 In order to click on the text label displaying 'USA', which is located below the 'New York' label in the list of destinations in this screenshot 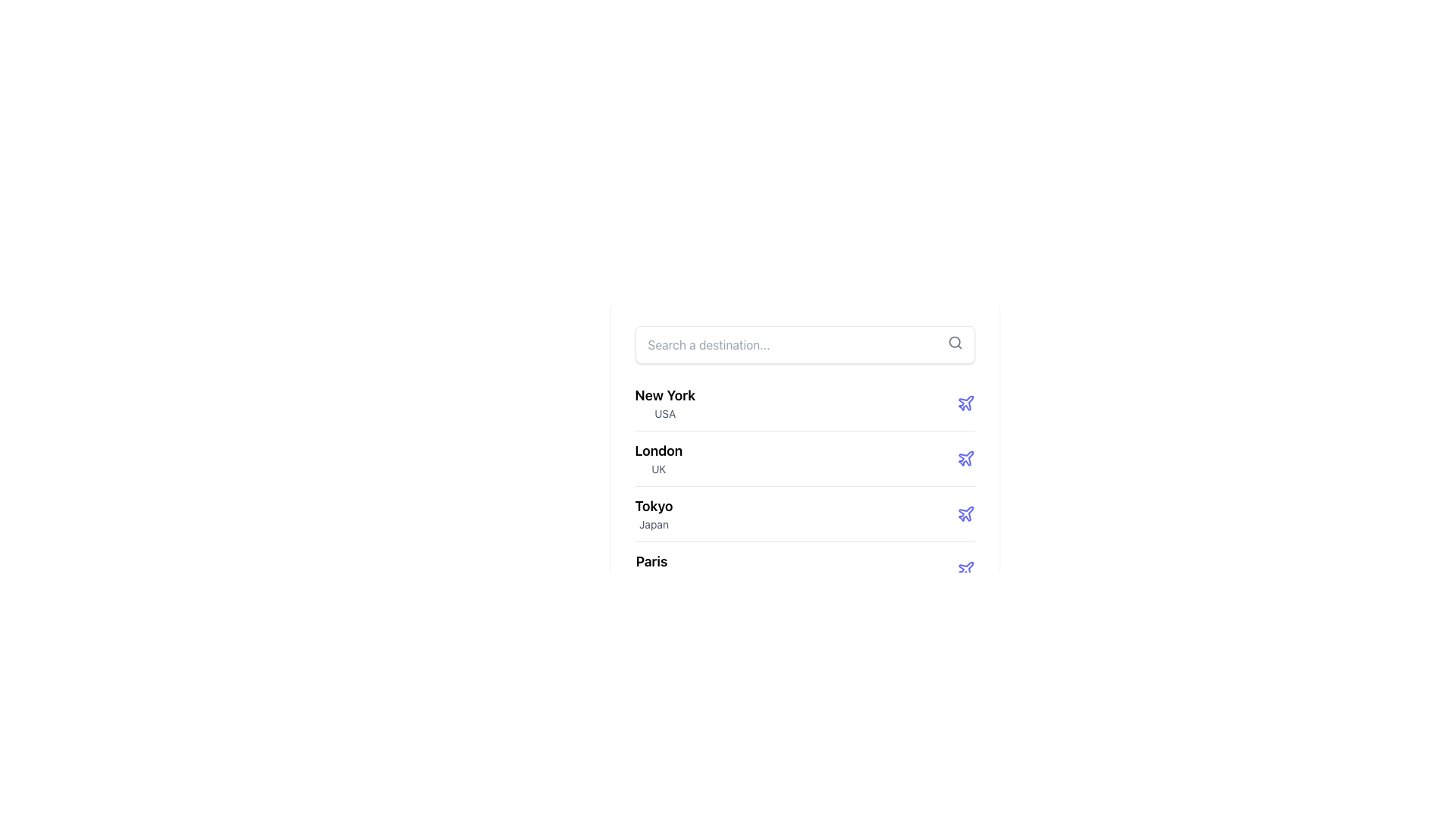, I will do `click(665, 414)`.